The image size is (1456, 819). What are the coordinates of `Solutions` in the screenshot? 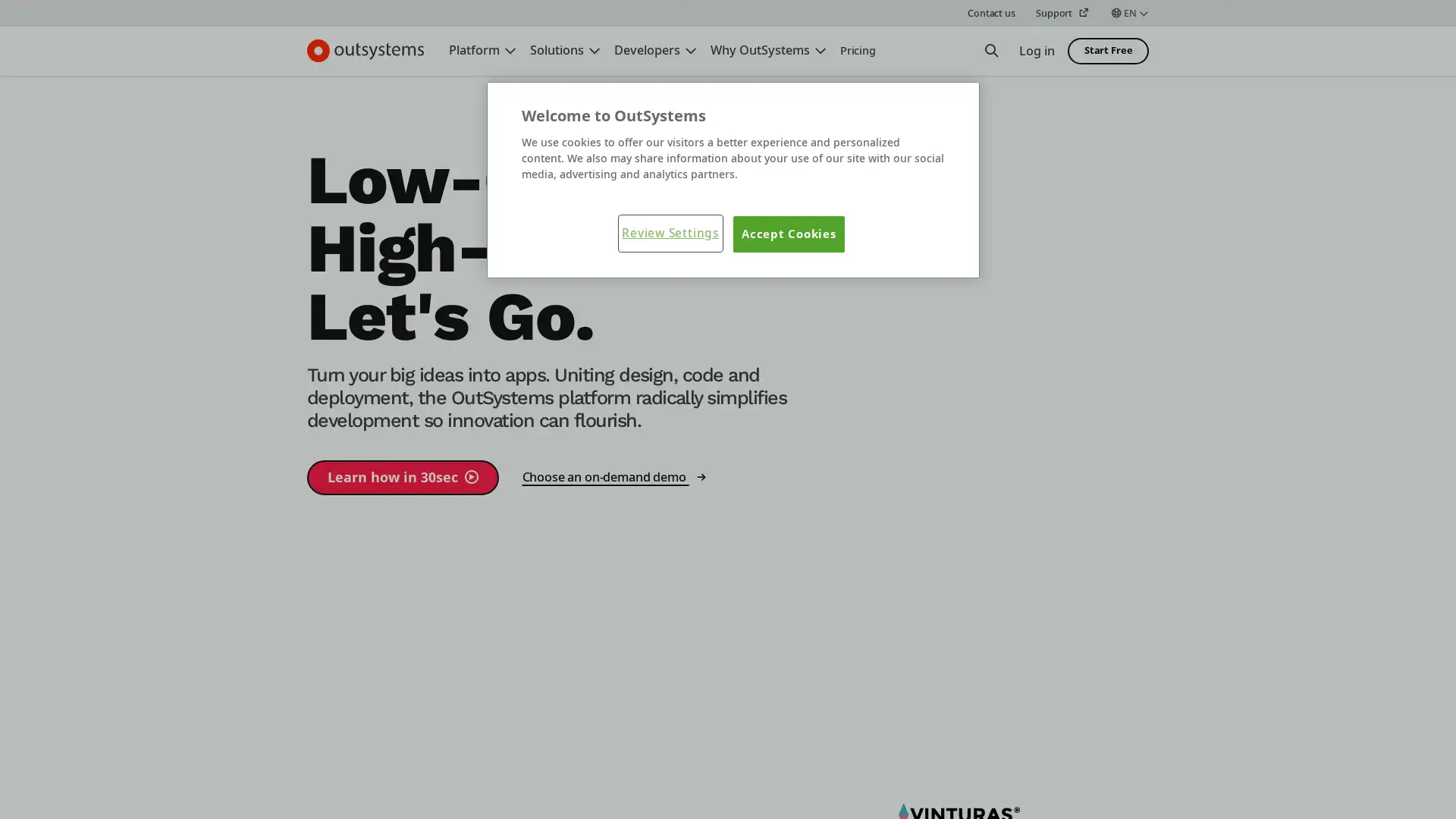 It's located at (563, 49).